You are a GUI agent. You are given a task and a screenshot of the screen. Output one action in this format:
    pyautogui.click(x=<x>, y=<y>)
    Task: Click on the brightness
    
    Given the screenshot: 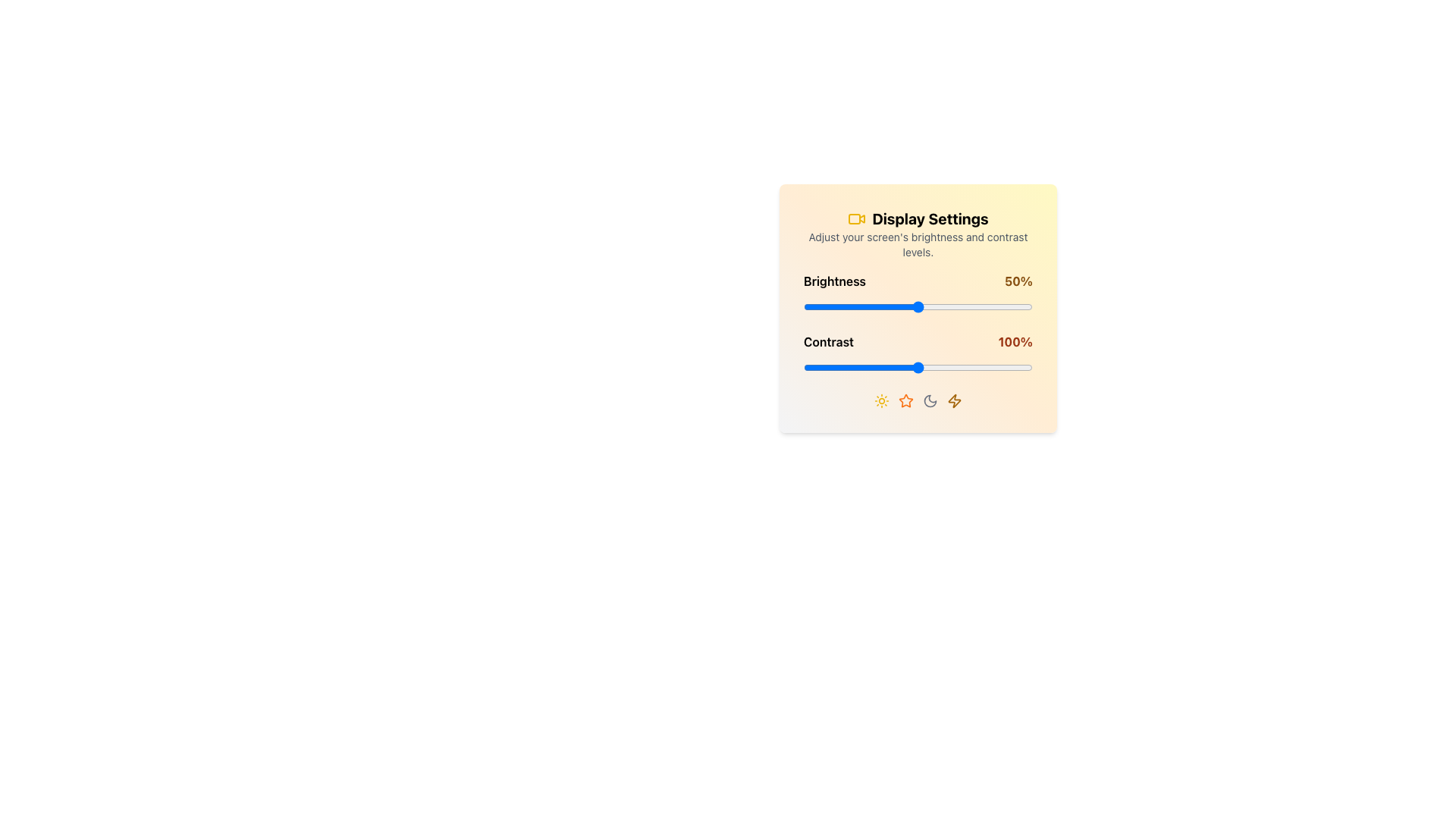 What is the action you would take?
    pyautogui.click(x=849, y=307)
    